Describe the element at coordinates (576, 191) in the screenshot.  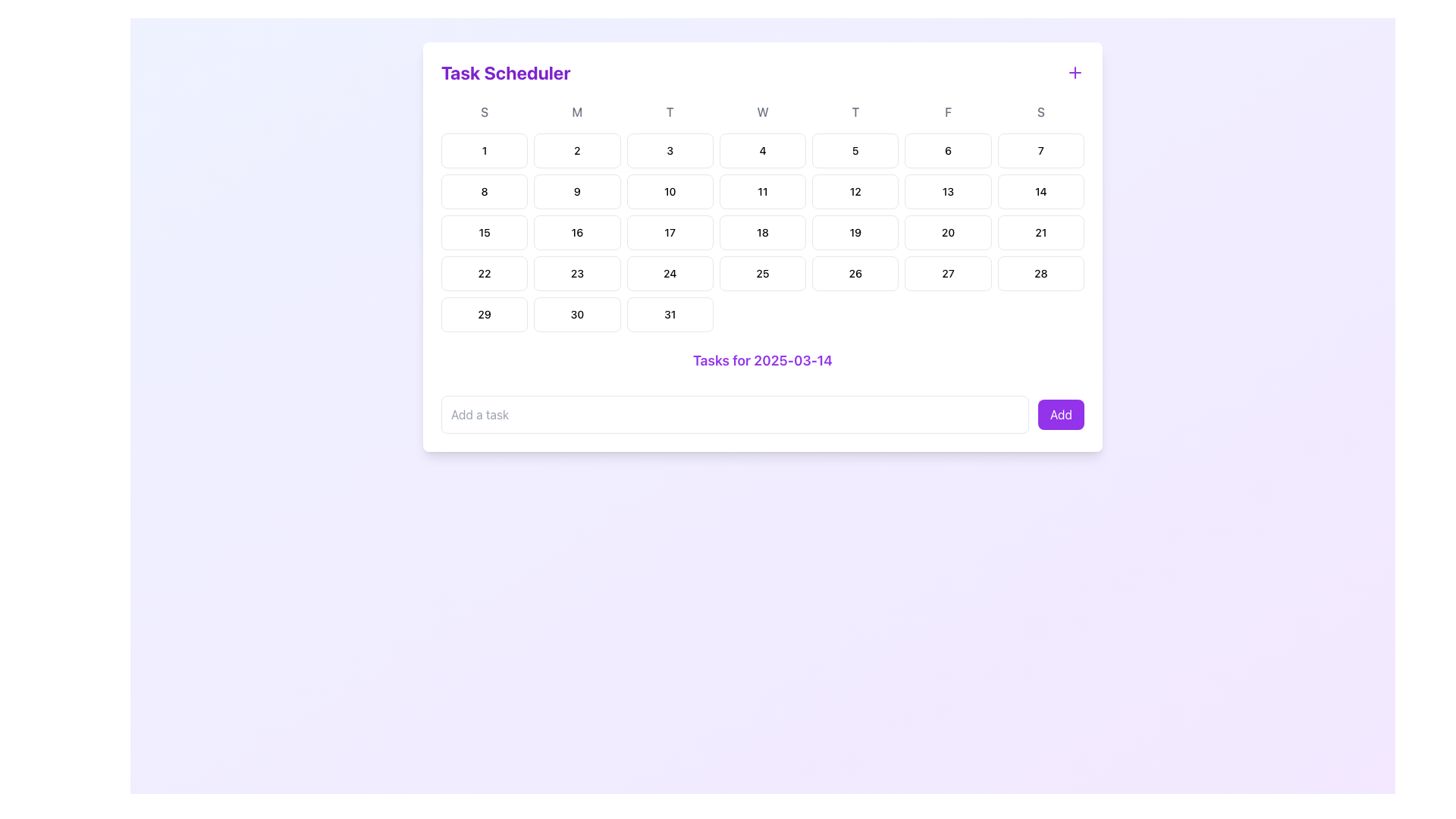
I see `the button for the date '9' in the calendar interface` at that location.